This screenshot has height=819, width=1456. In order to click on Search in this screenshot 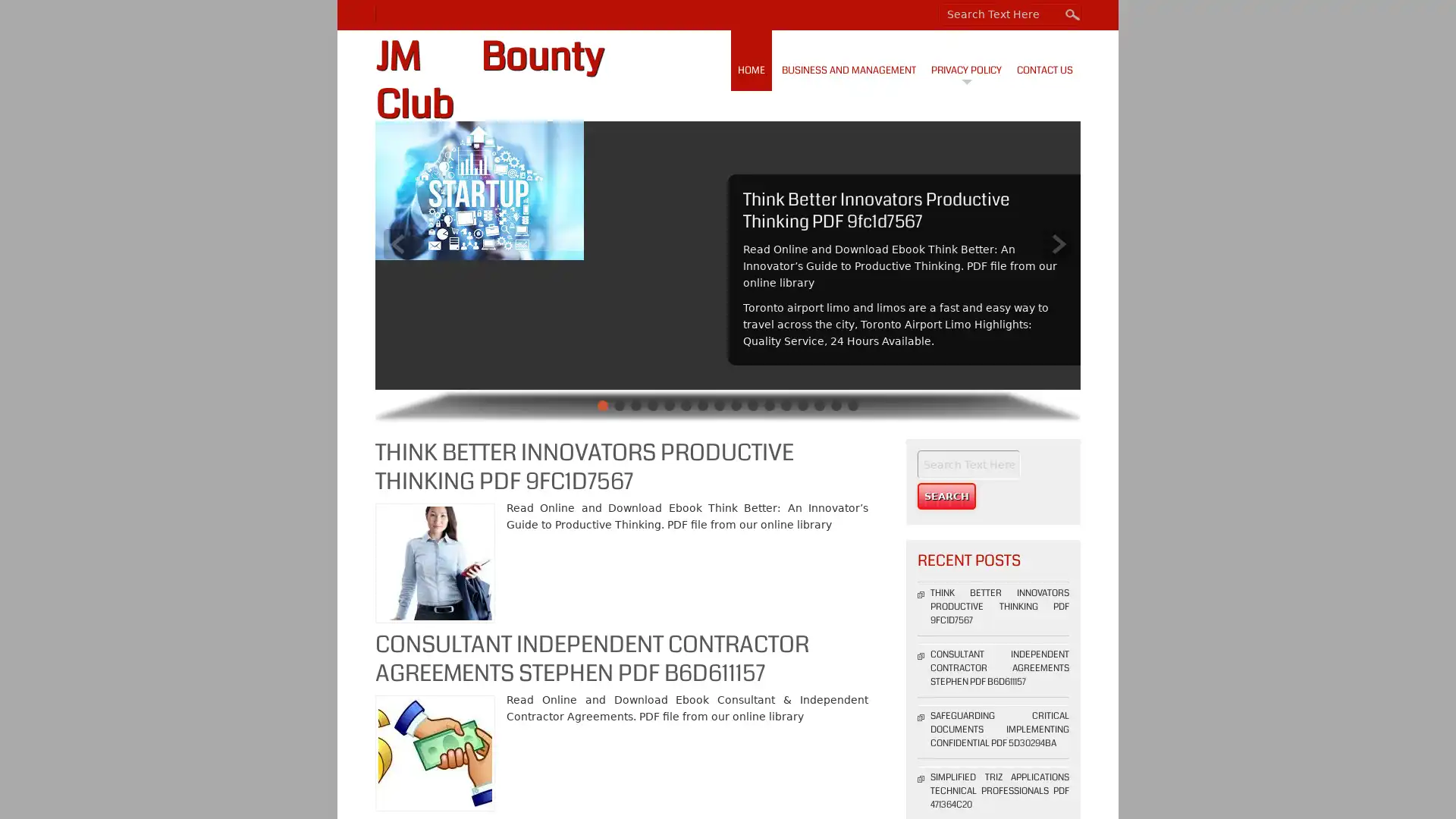, I will do `click(946, 496)`.